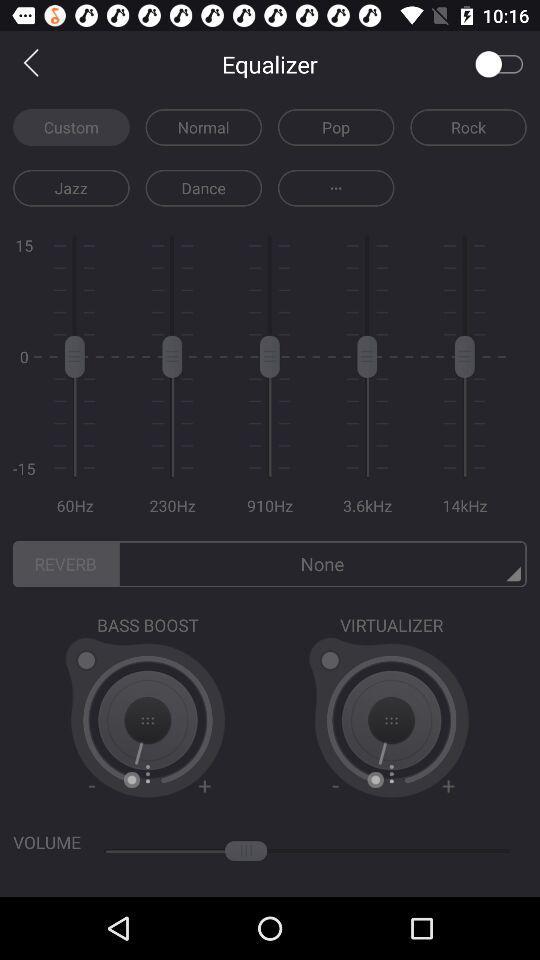 The width and height of the screenshot is (540, 960). Describe the element at coordinates (31, 68) in the screenshot. I see `the arrow_backward icon` at that location.